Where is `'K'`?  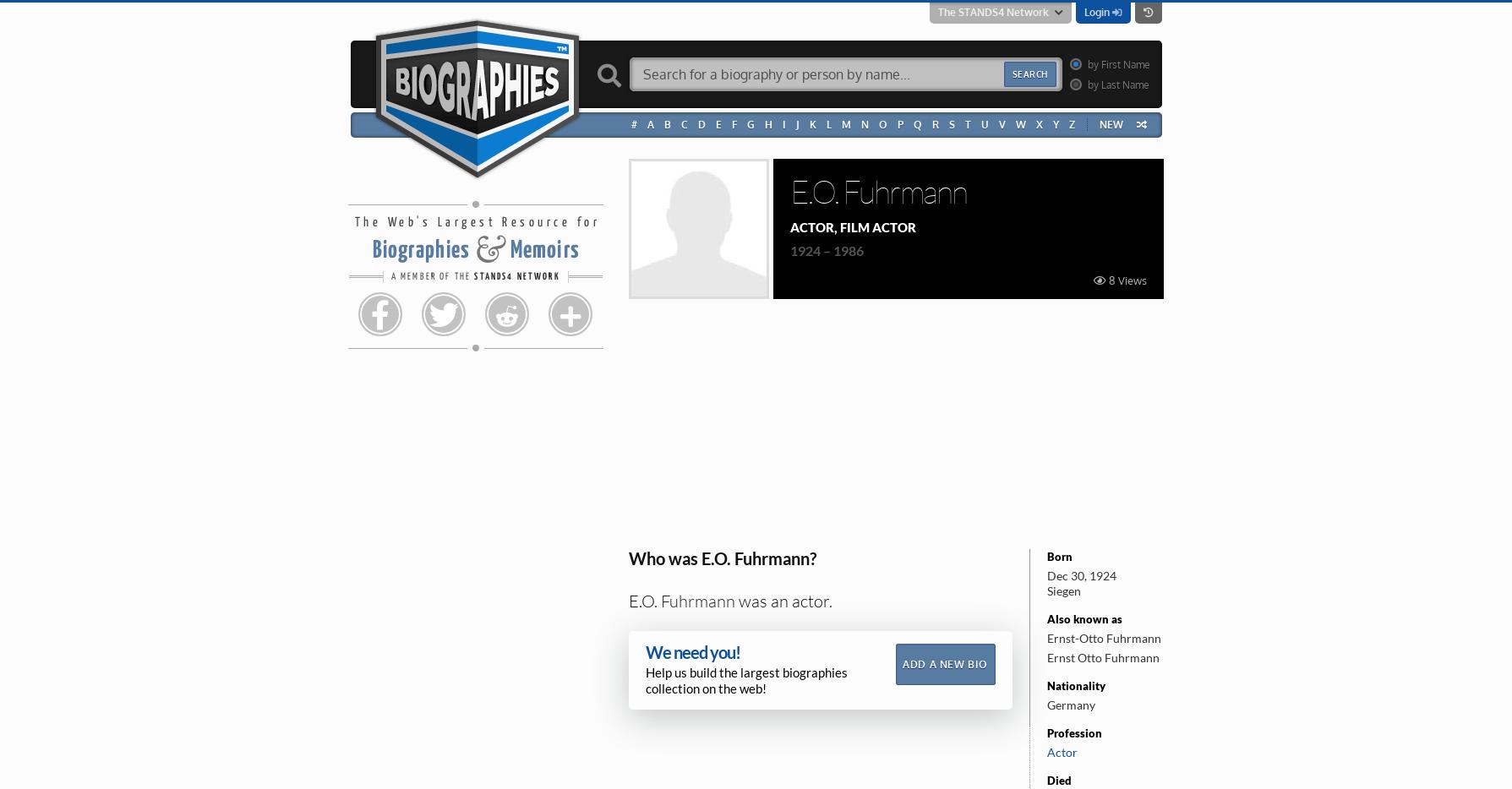
'K' is located at coordinates (811, 124).